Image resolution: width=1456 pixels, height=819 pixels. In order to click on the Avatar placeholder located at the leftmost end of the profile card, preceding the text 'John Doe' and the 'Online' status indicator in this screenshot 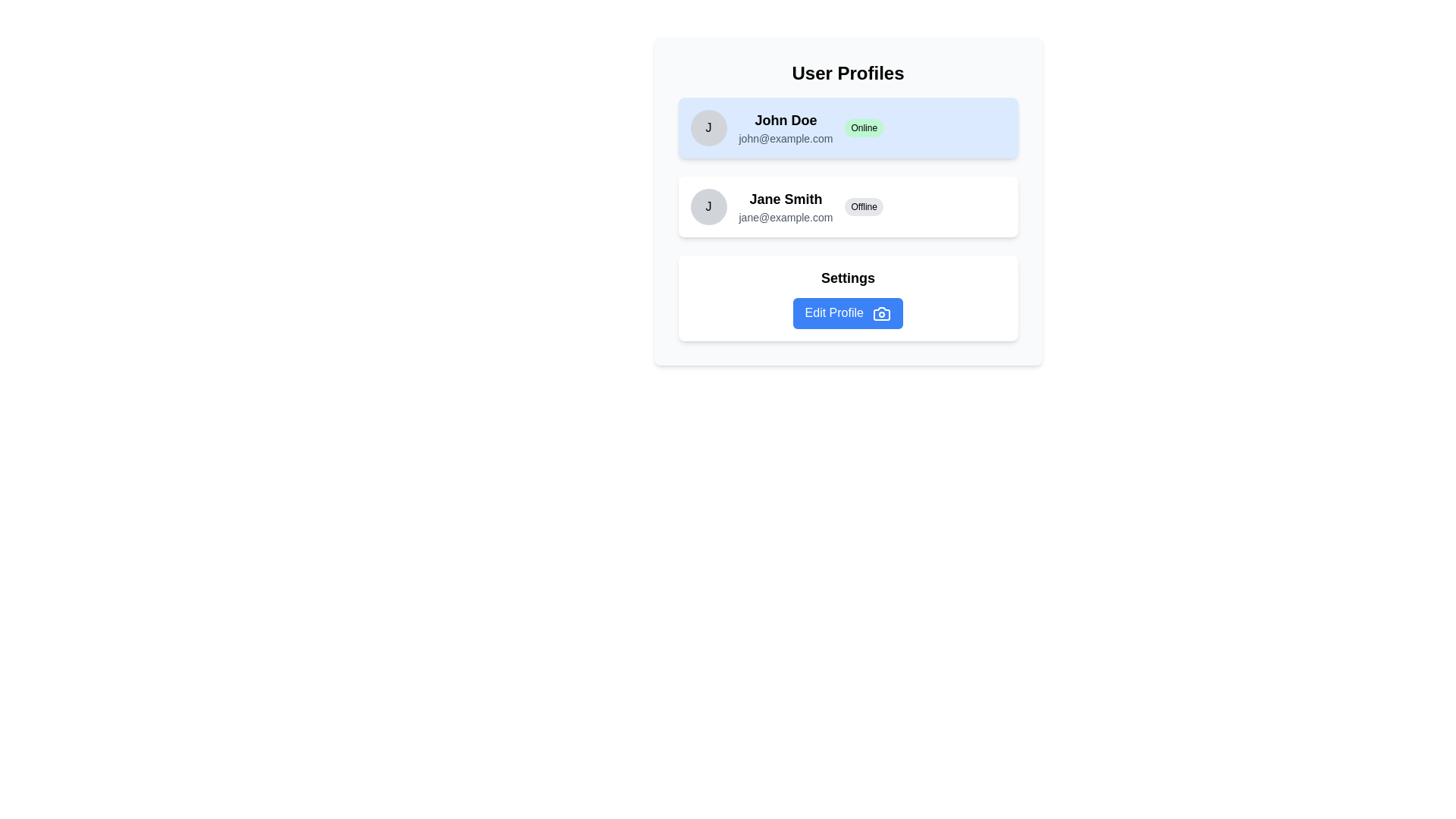, I will do `click(708, 127)`.